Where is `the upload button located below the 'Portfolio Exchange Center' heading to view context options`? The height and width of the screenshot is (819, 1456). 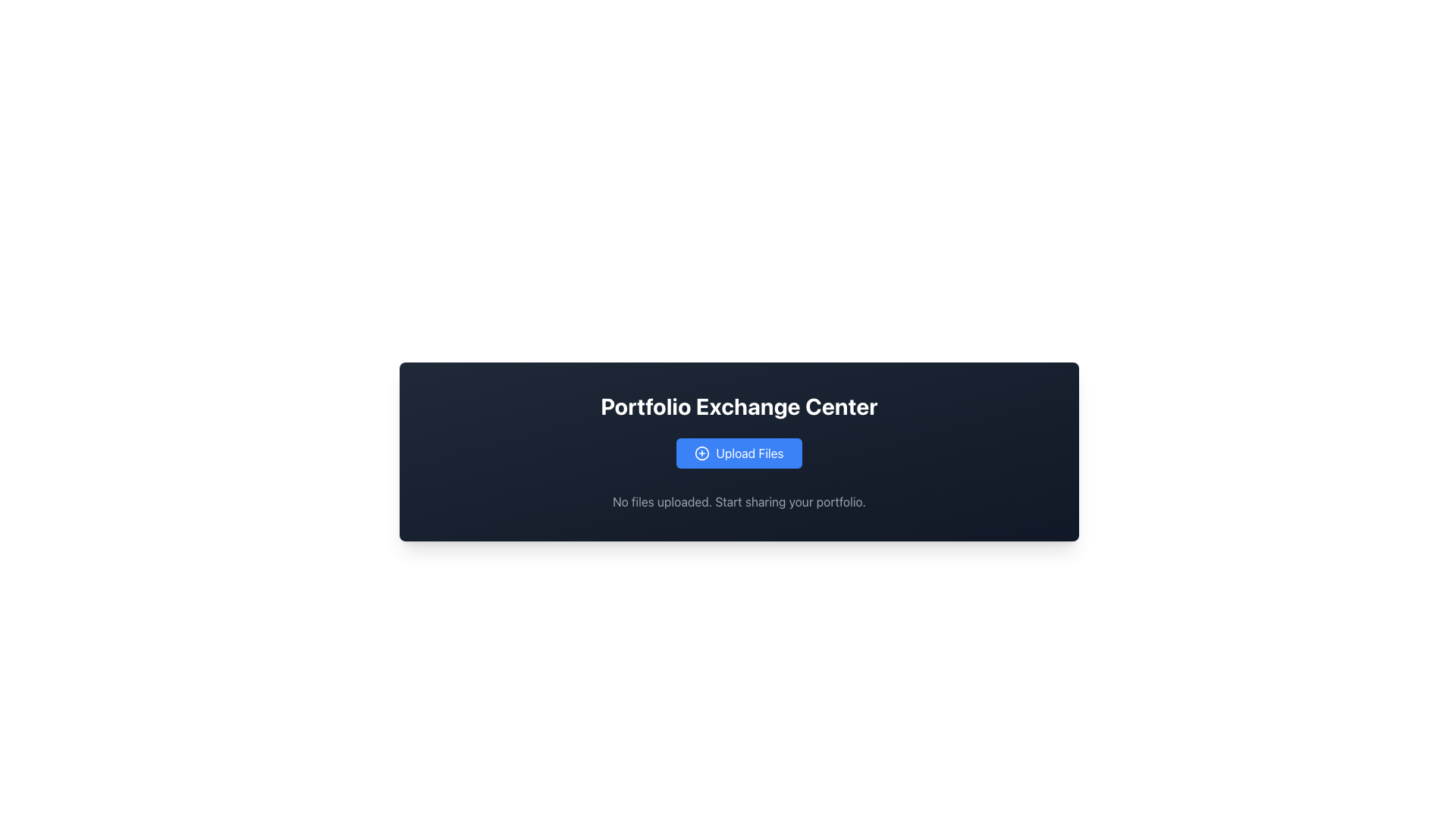 the upload button located below the 'Portfolio Exchange Center' heading to view context options is located at coordinates (739, 452).